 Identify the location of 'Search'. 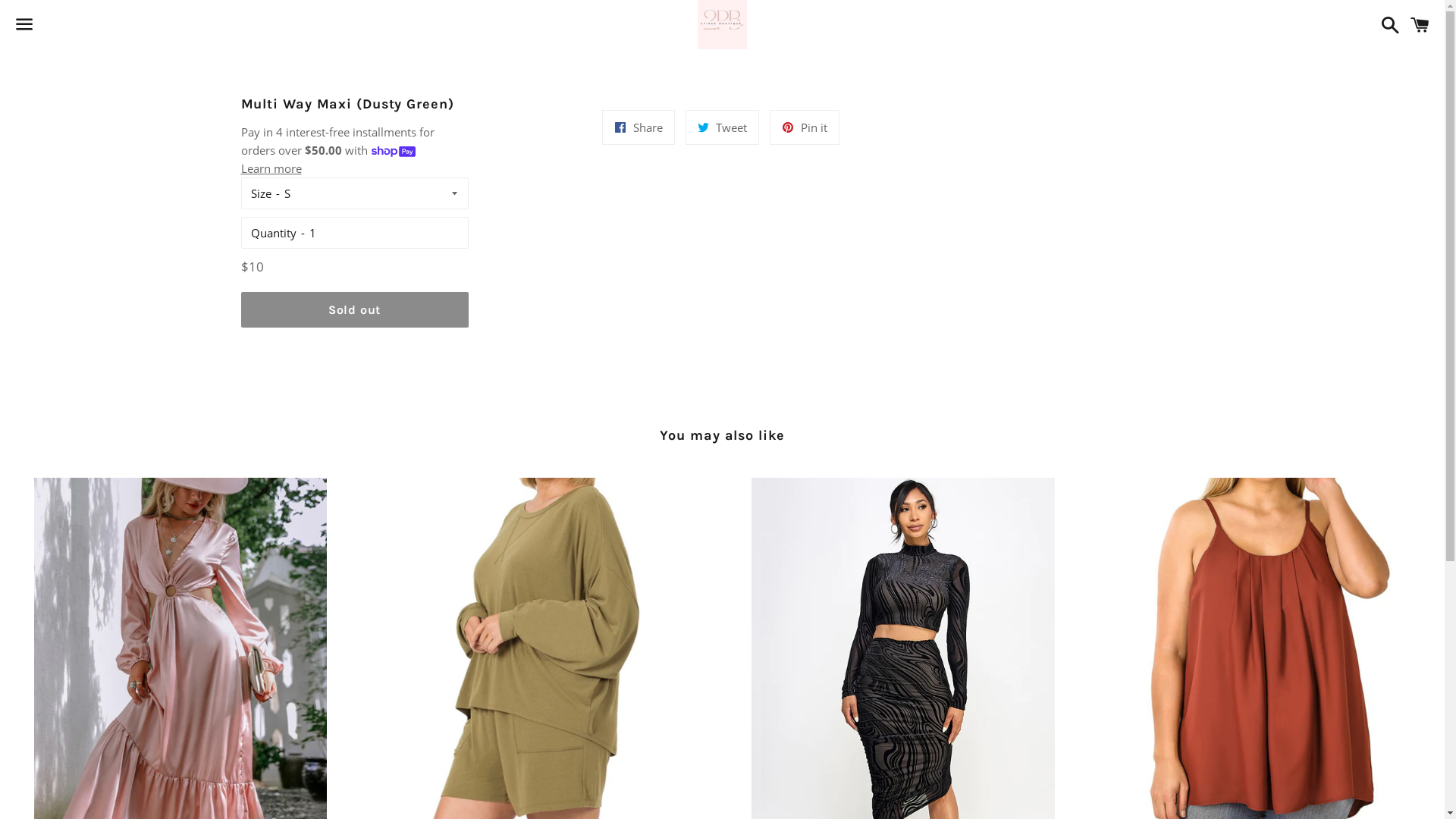
(1386, 24).